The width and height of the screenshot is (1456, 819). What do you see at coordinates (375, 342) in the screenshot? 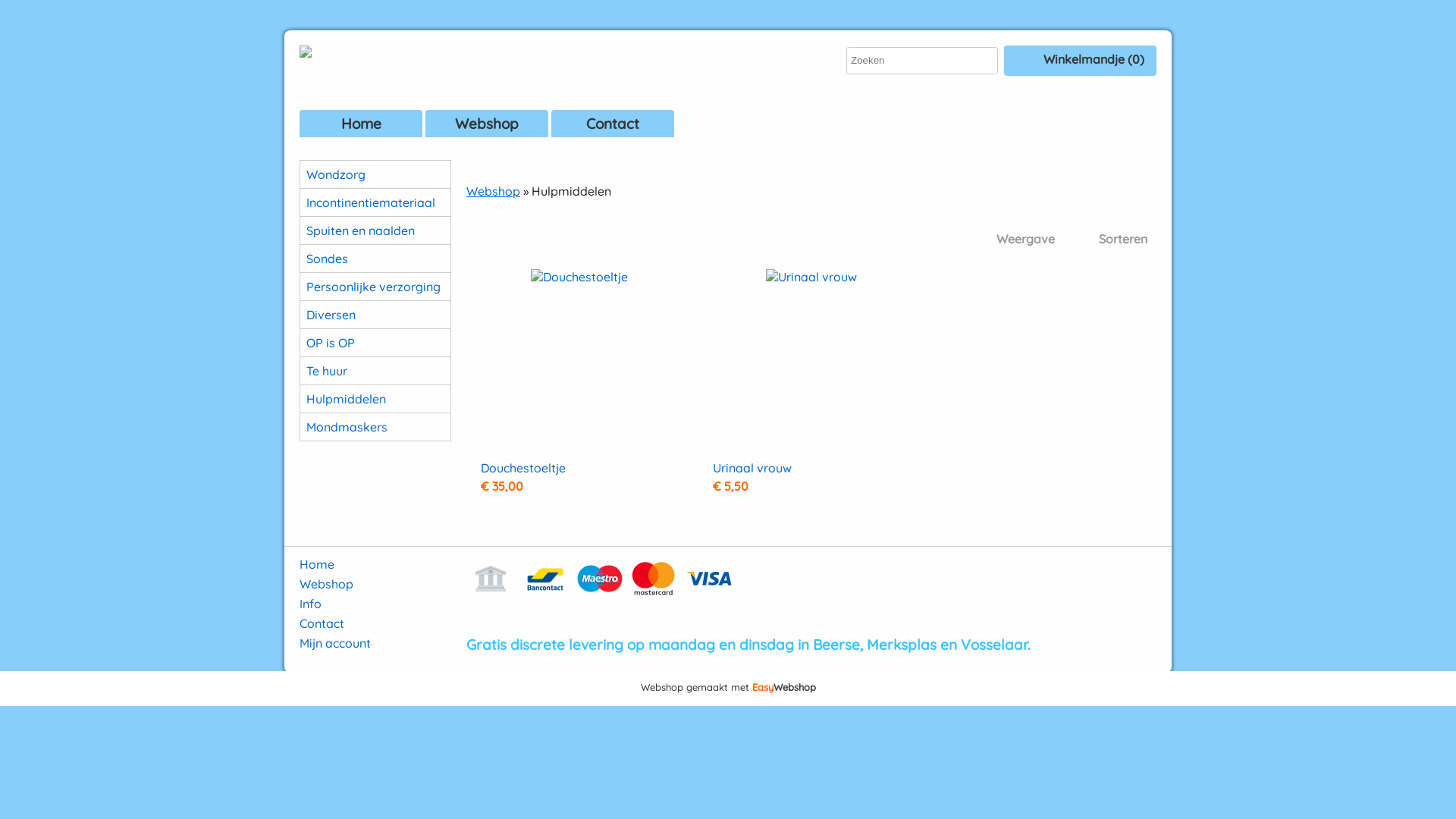
I see `'OP is OP'` at bounding box center [375, 342].